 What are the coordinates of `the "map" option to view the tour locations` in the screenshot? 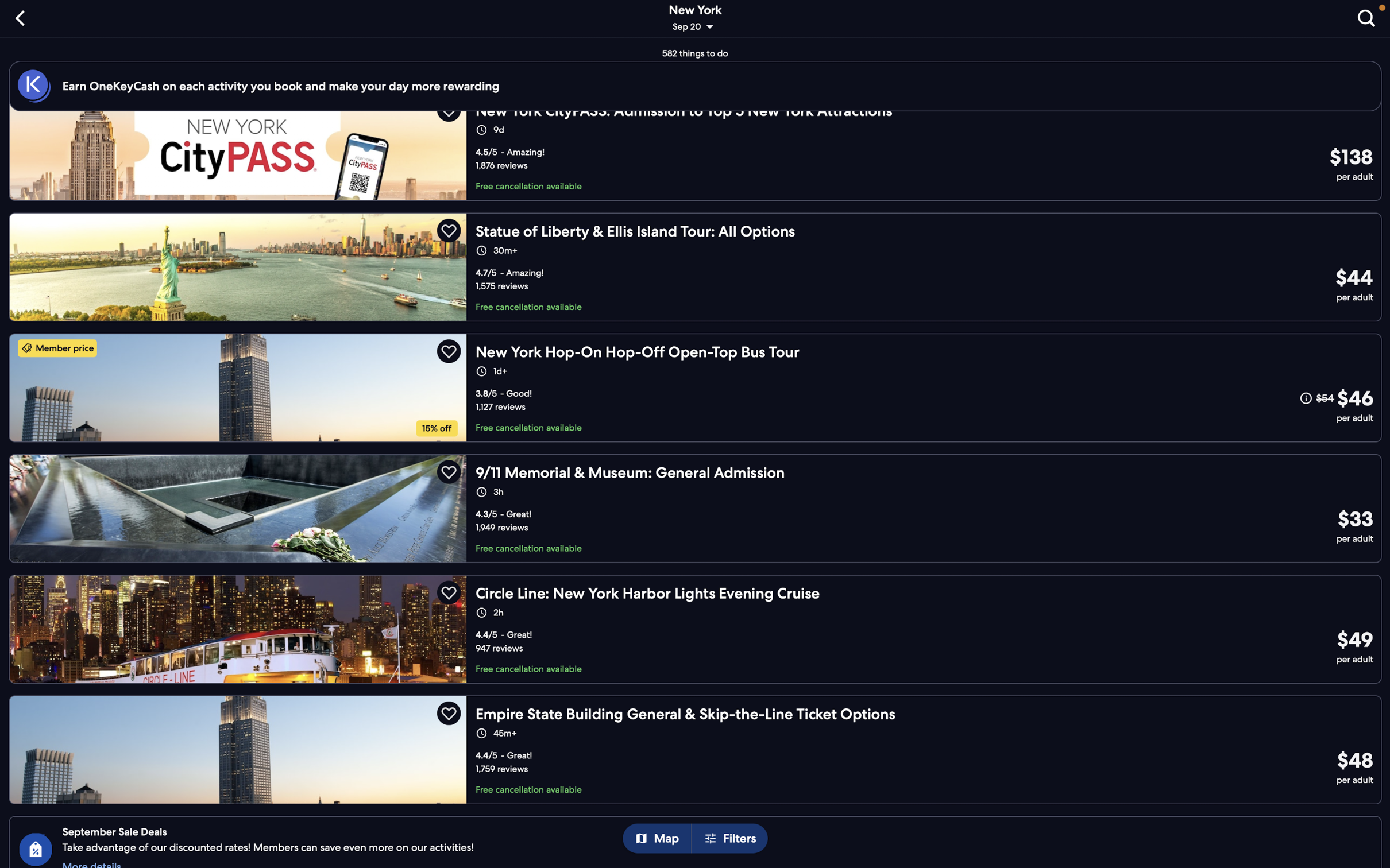 It's located at (661, 839).